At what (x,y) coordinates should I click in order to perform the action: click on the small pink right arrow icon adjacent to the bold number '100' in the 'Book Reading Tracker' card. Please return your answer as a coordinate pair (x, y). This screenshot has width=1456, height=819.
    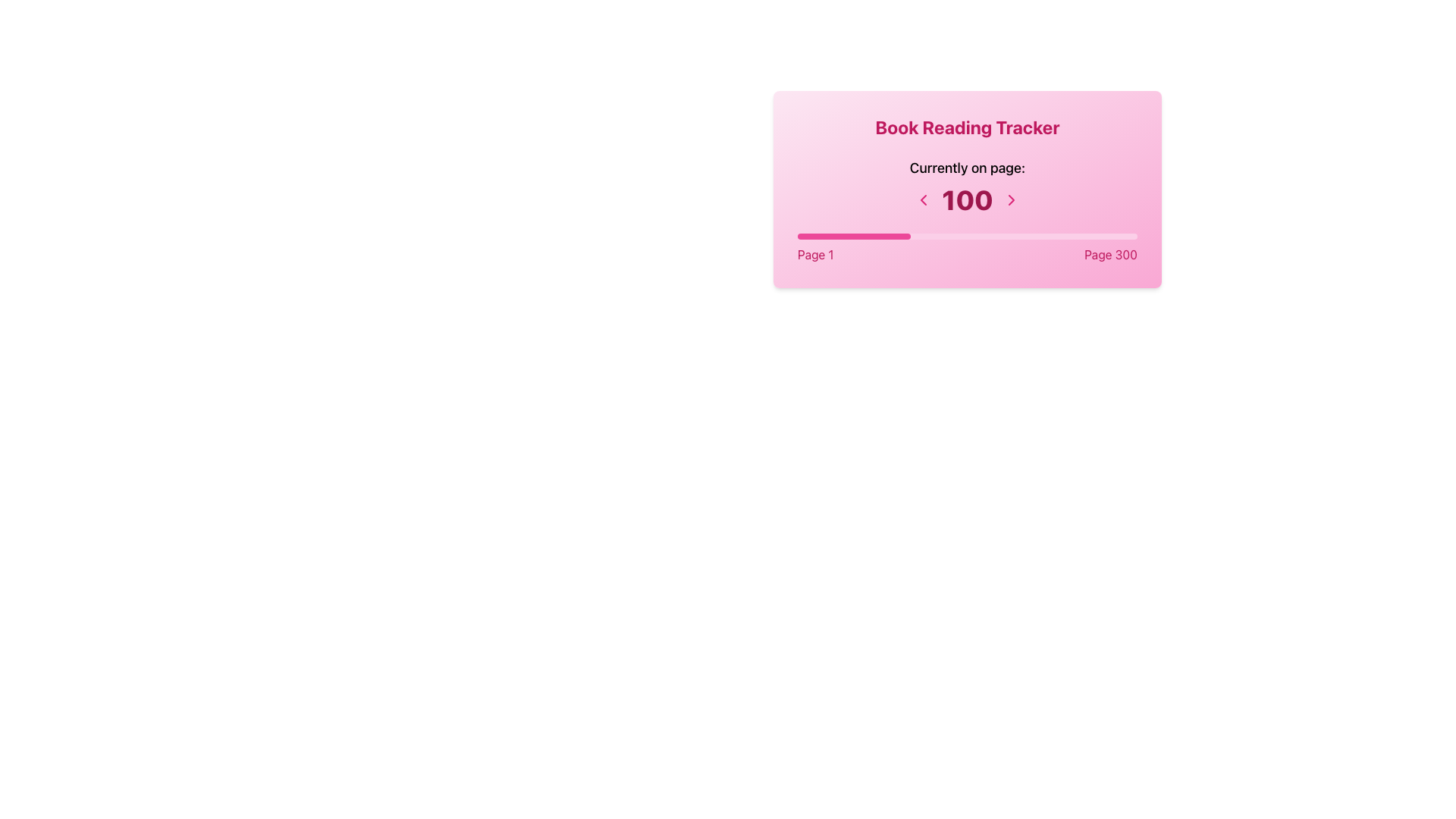
    Looking at the image, I should click on (1011, 199).